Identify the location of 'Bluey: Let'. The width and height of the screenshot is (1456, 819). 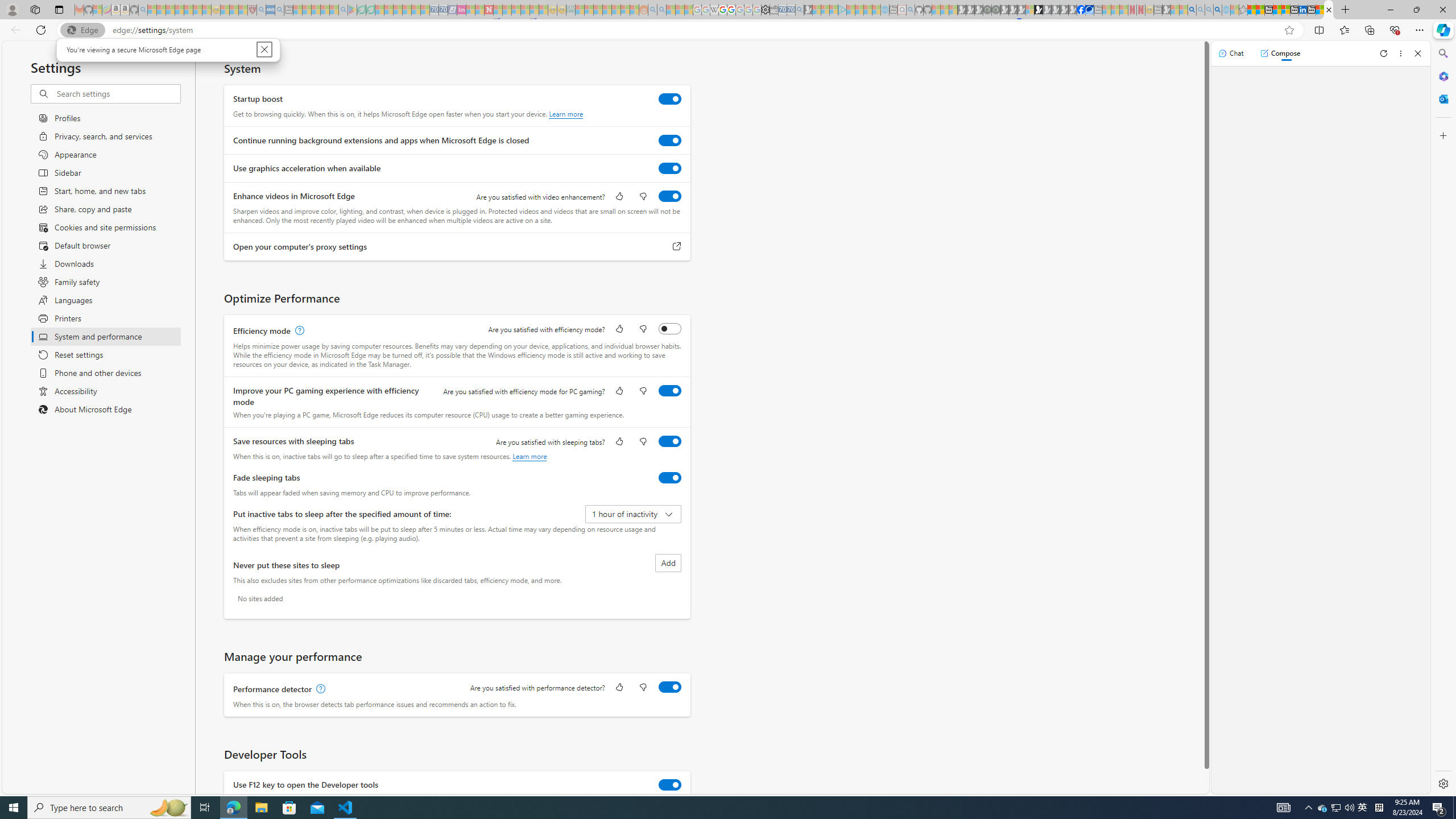
(352, 9).